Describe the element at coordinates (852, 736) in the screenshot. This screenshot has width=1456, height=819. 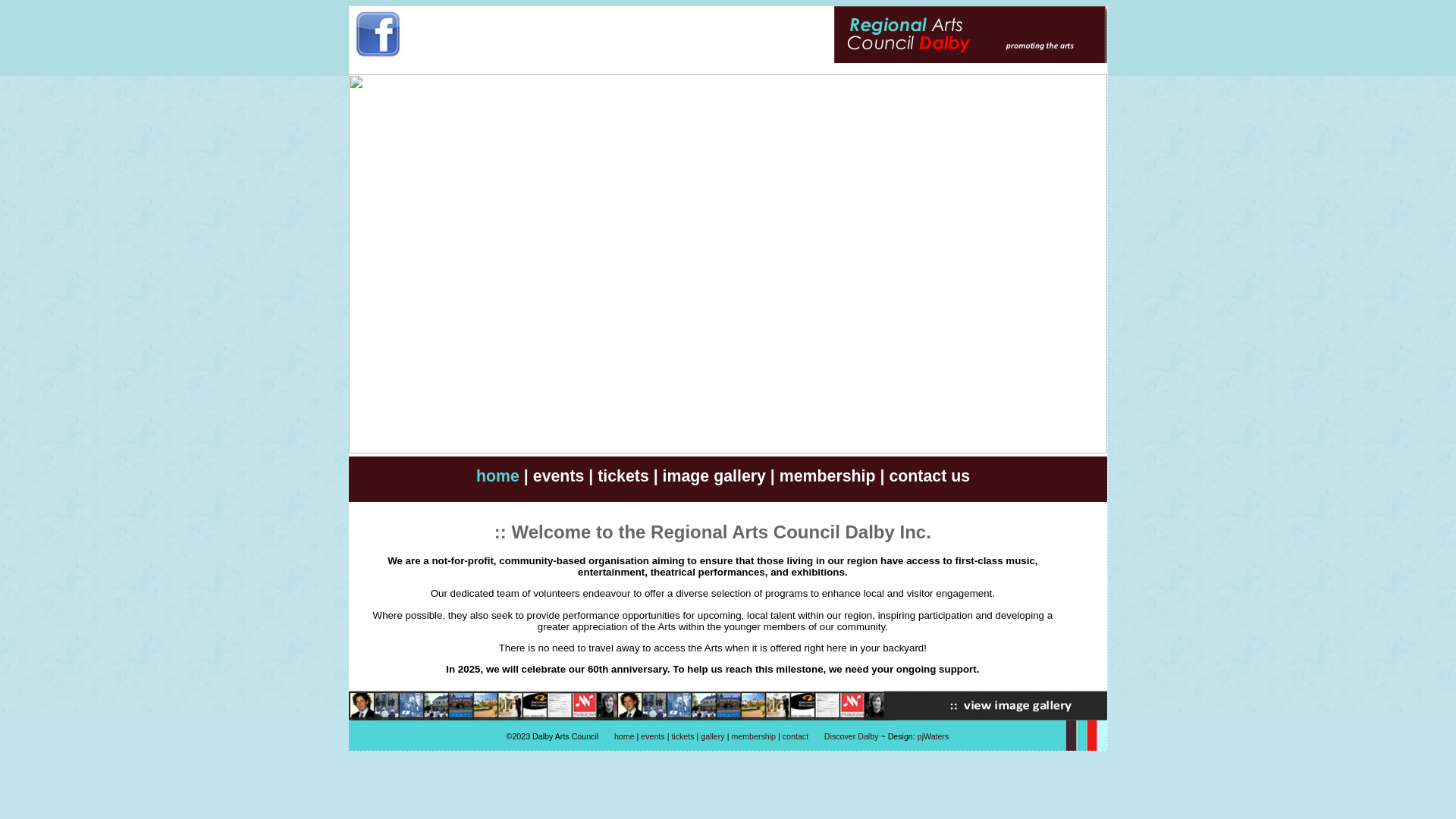
I see `'Discover Dalby'` at that location.